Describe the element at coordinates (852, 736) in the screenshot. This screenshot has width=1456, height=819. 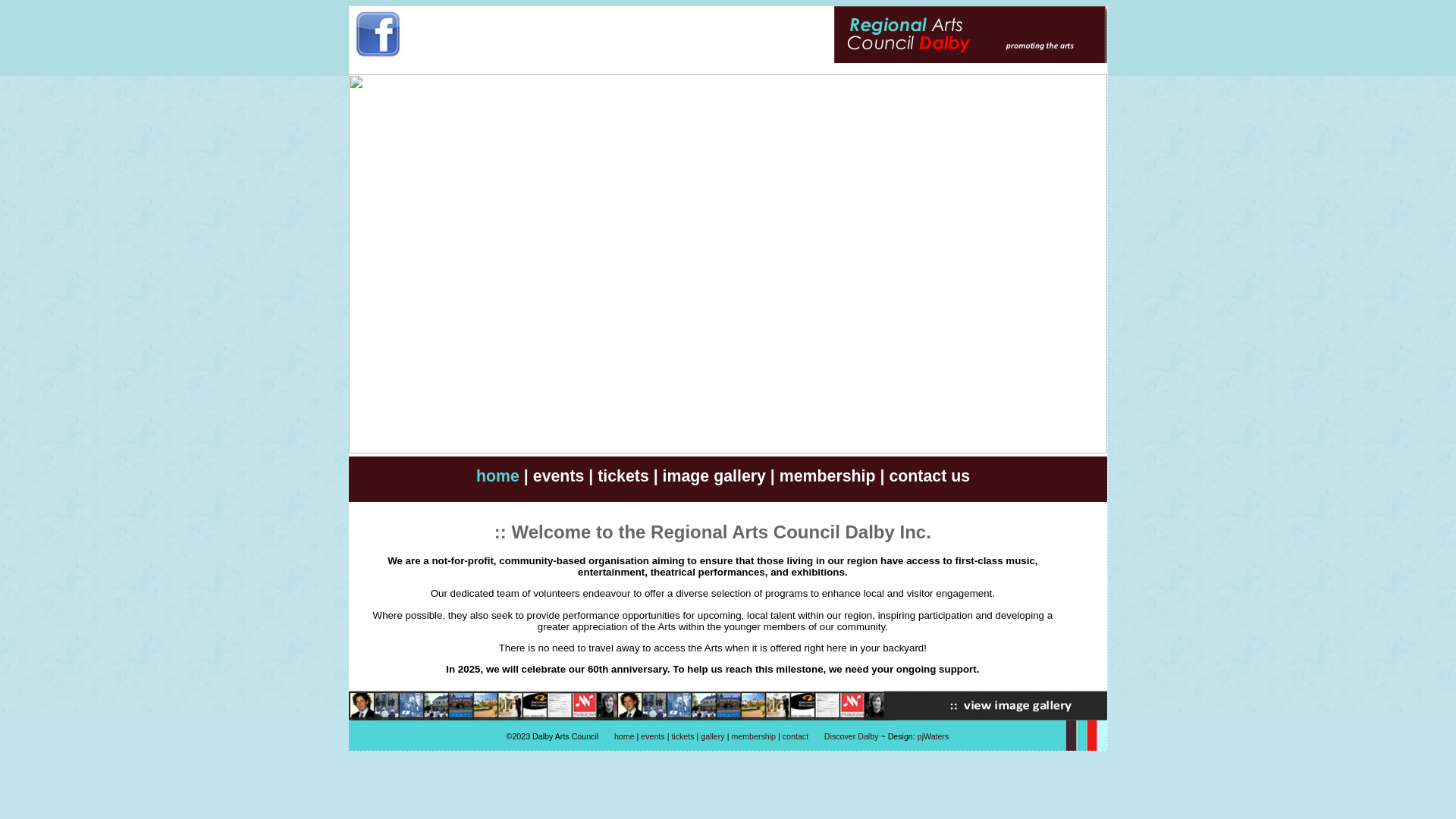
I see `'Discover Dalby'` at that location.